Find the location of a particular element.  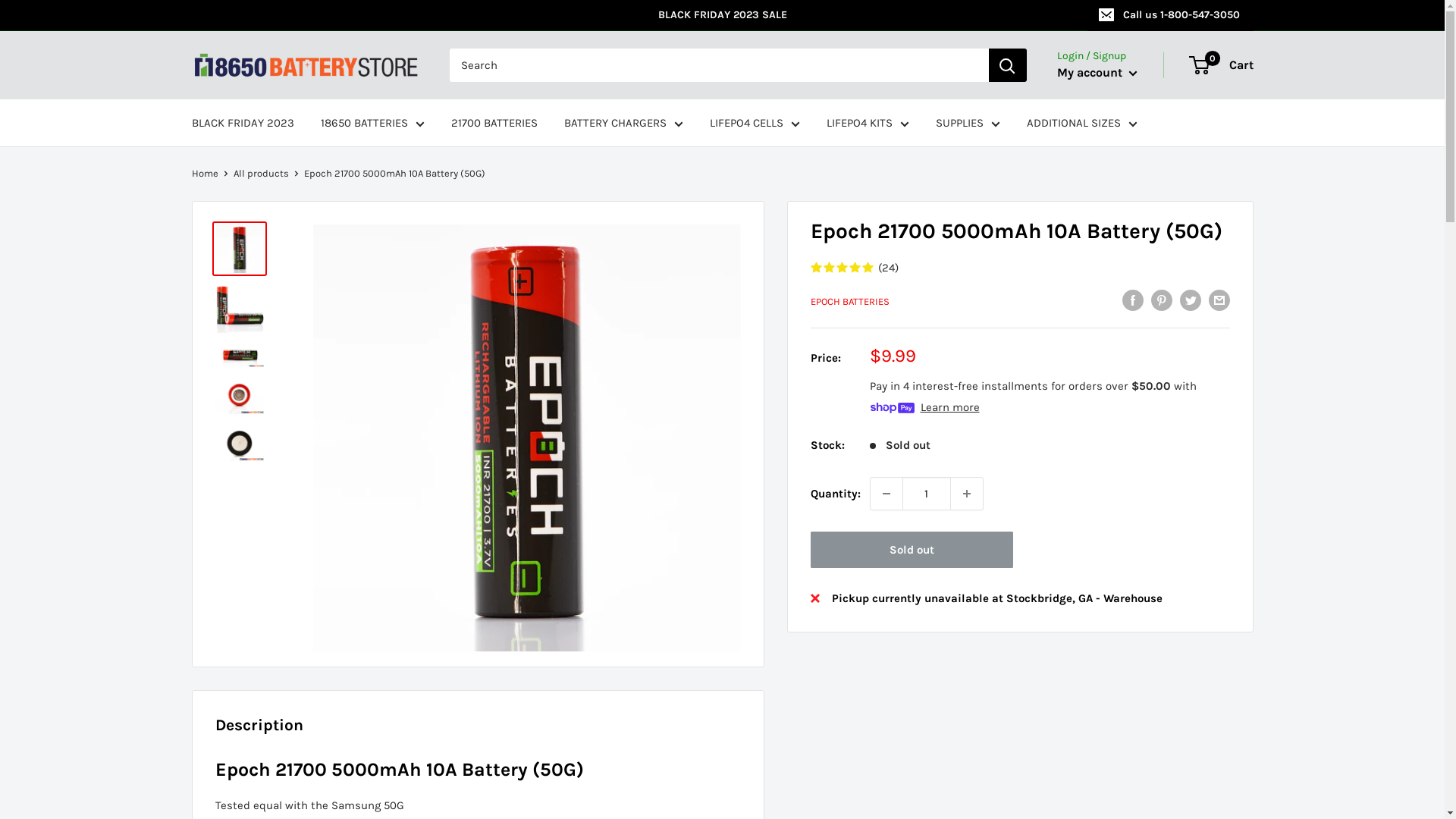

'LIFEPO4 CELLS' is located at coordinates (755, 122).